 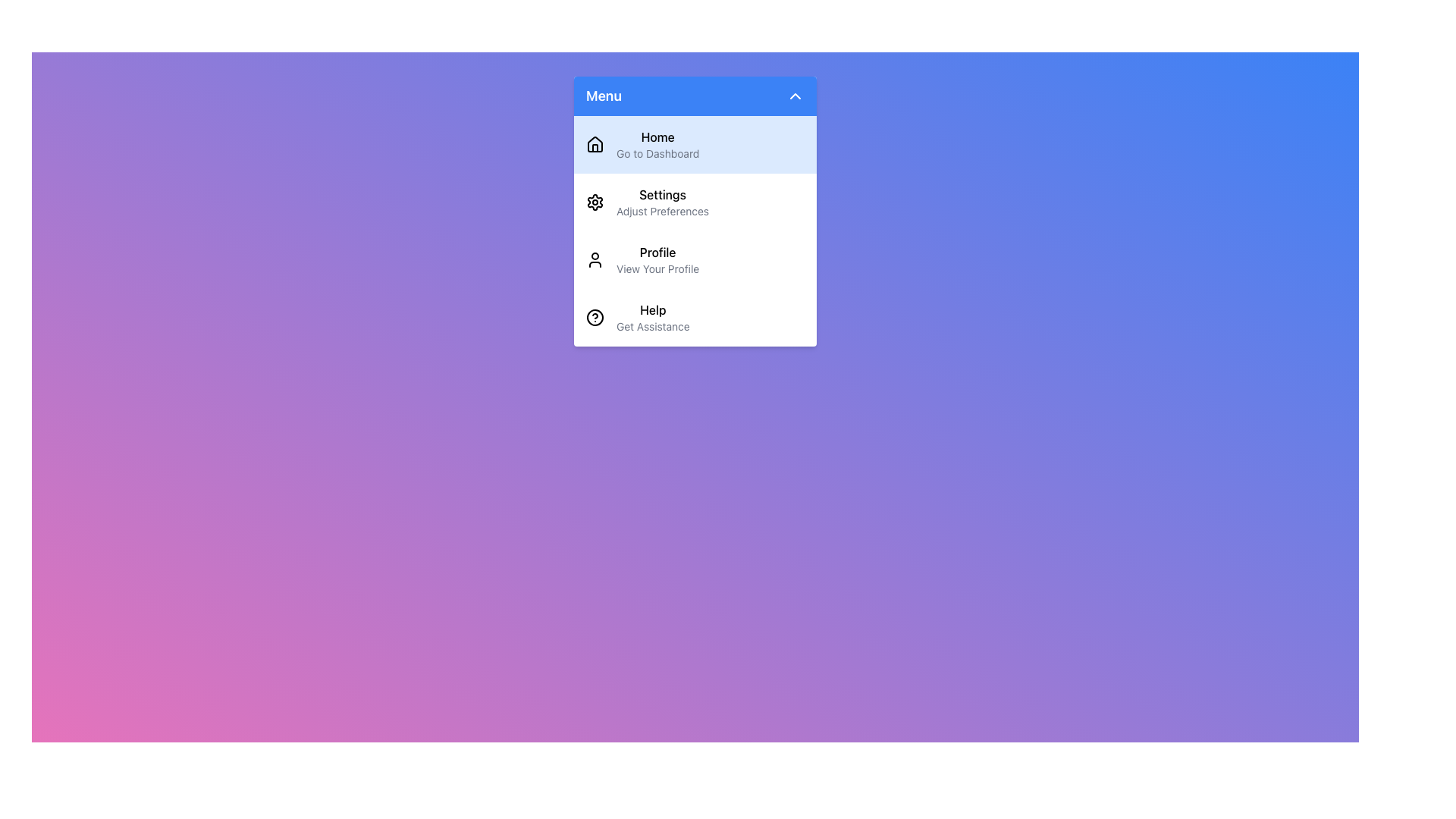 I want to click on the fourth menu item in the vertical menu panel, which provides access to the help section, so click(x=694, y=317).